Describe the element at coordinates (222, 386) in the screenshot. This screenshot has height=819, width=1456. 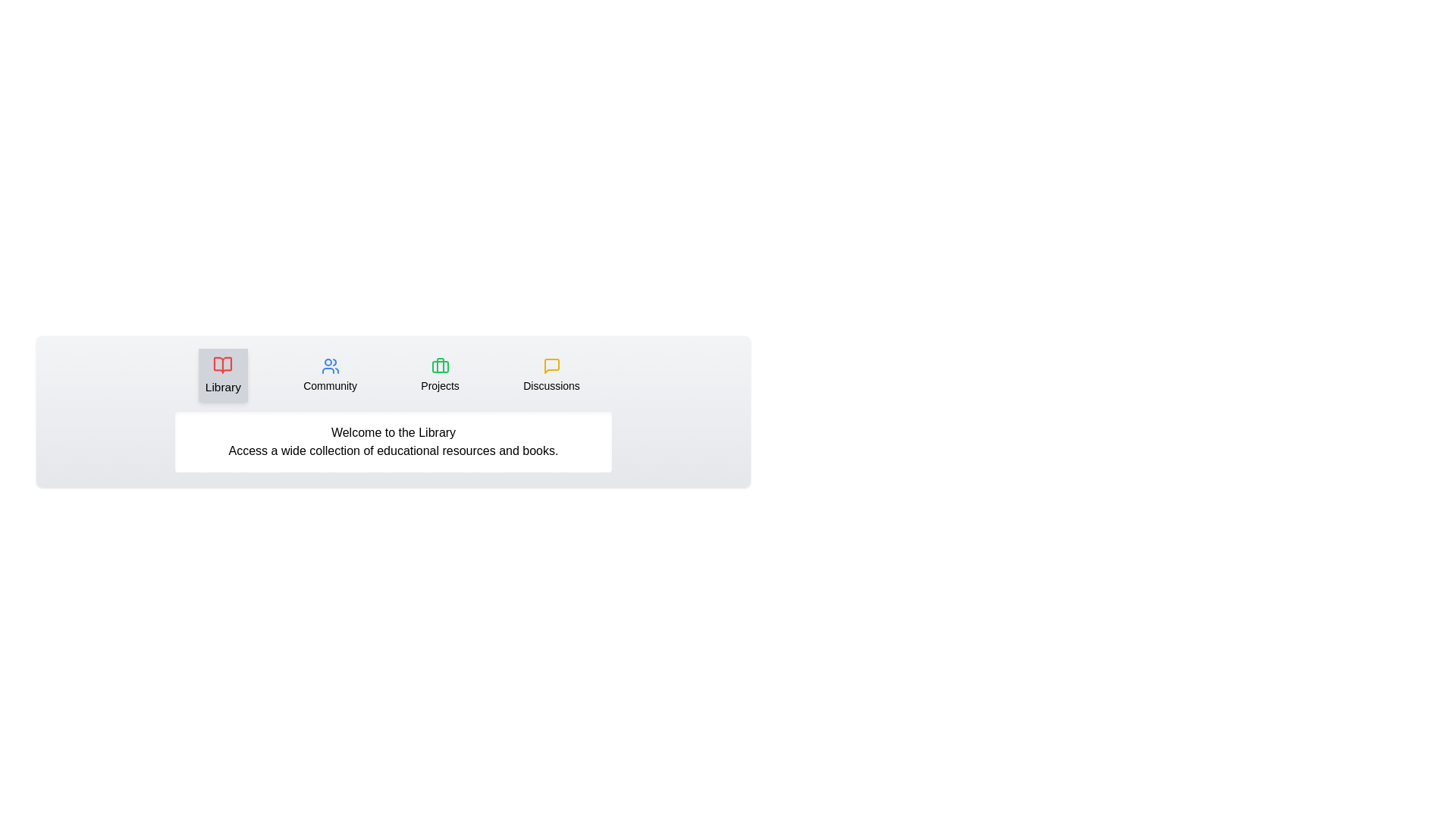
I see `the static text label displaying 'Library', which is located directly beneath the red book icon in the horizontal navigation bar` at that location.